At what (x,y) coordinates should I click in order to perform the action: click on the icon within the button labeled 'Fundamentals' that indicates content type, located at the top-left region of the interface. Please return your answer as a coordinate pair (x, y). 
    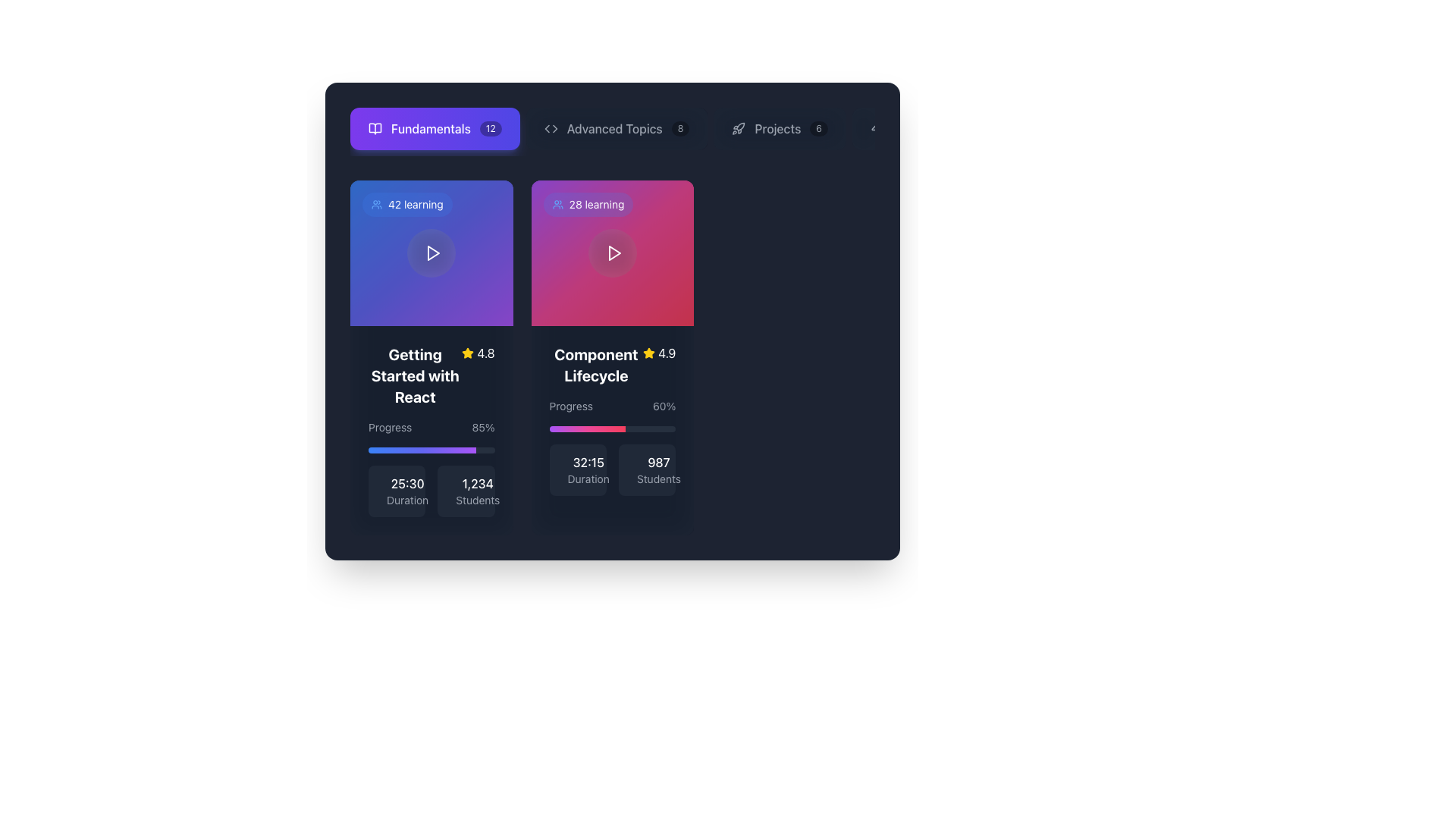
    Looking at the image, I should click on (375, 127).